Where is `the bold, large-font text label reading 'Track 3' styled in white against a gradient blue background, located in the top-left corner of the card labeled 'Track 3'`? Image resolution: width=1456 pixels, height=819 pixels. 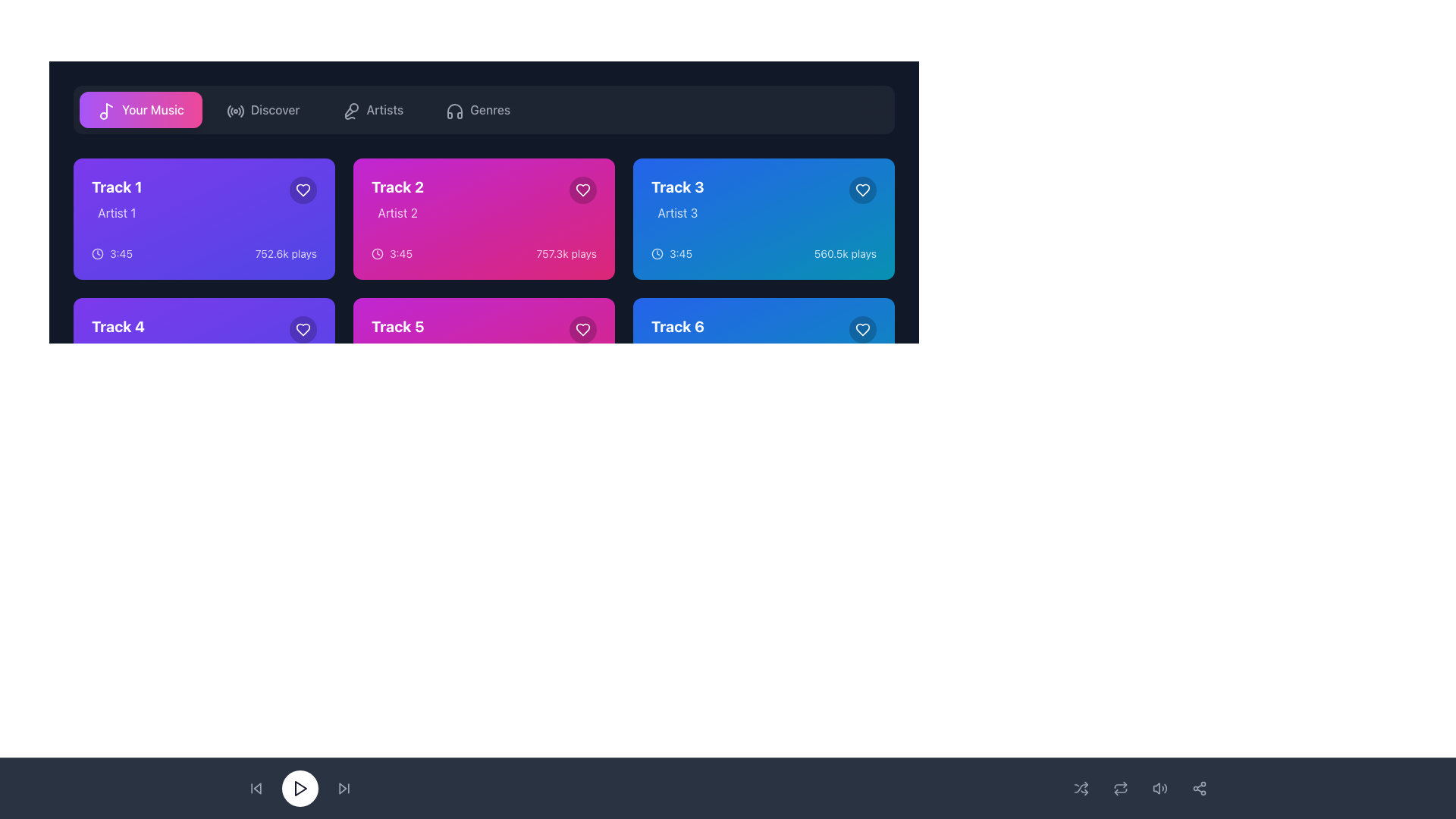
the bold, large-font text label reading 'Track 3' styled in white against a gradient blue background, located in the top-left corner of the card labeled 'Track 3' is located at coordinates (676, 186).